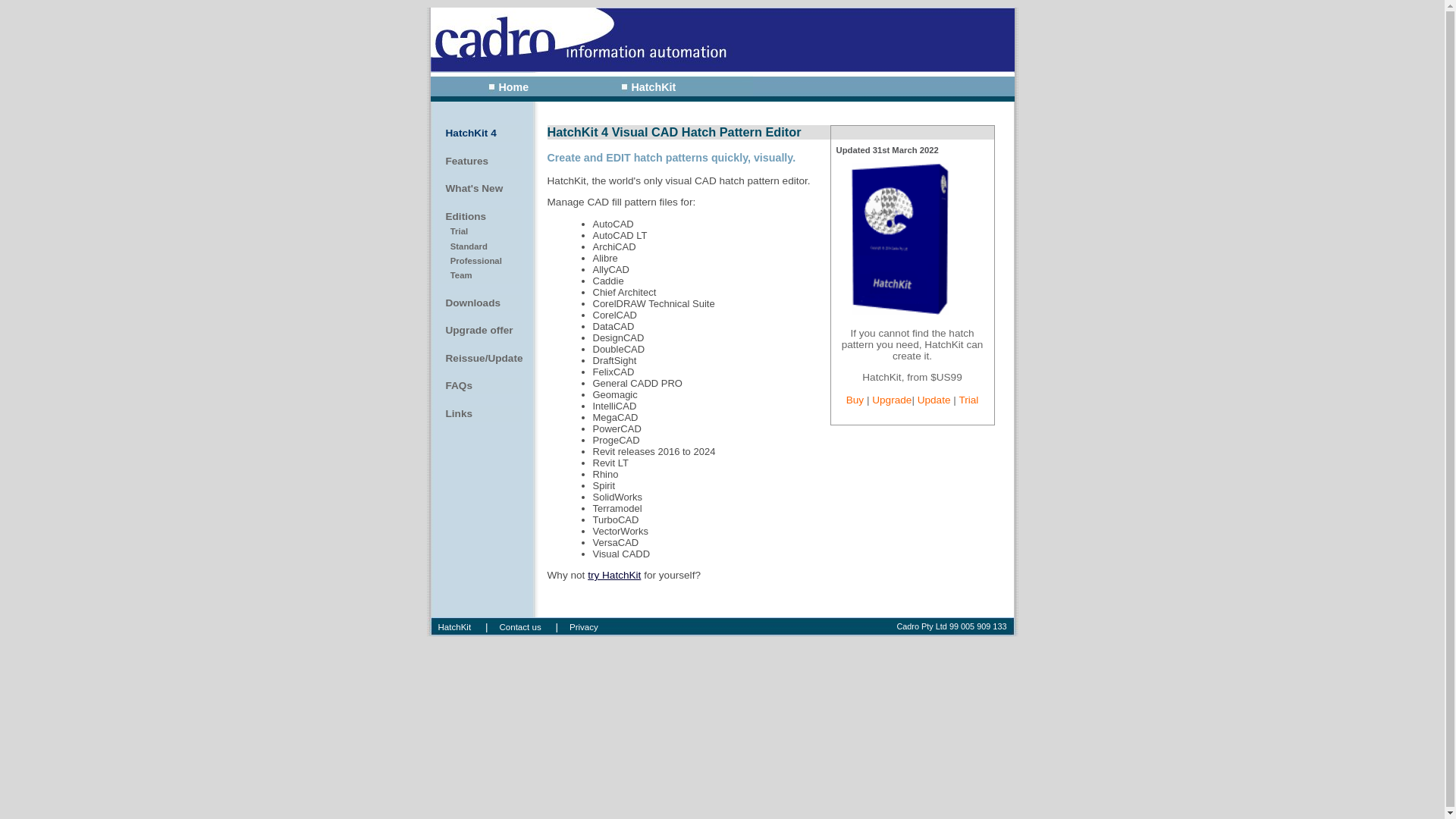 The width and height of the screenshot is (1456, 819). What do you see at coordinates (453, 626) in the screenshot?
I see `'HatchKit'` at bounding box center [453, 626].